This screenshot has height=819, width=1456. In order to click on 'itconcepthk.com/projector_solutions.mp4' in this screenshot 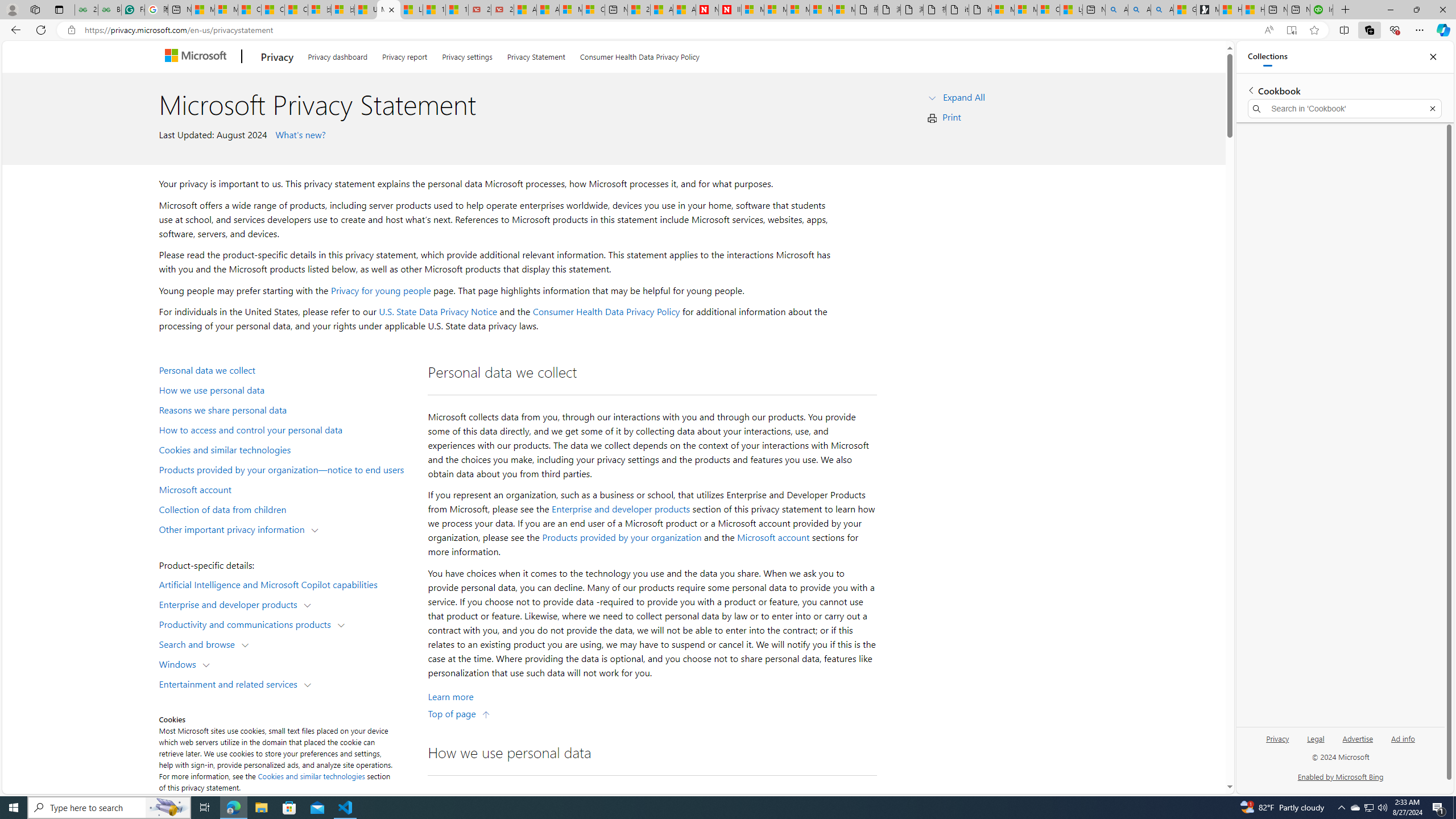, I will do `click(979, 9)`.